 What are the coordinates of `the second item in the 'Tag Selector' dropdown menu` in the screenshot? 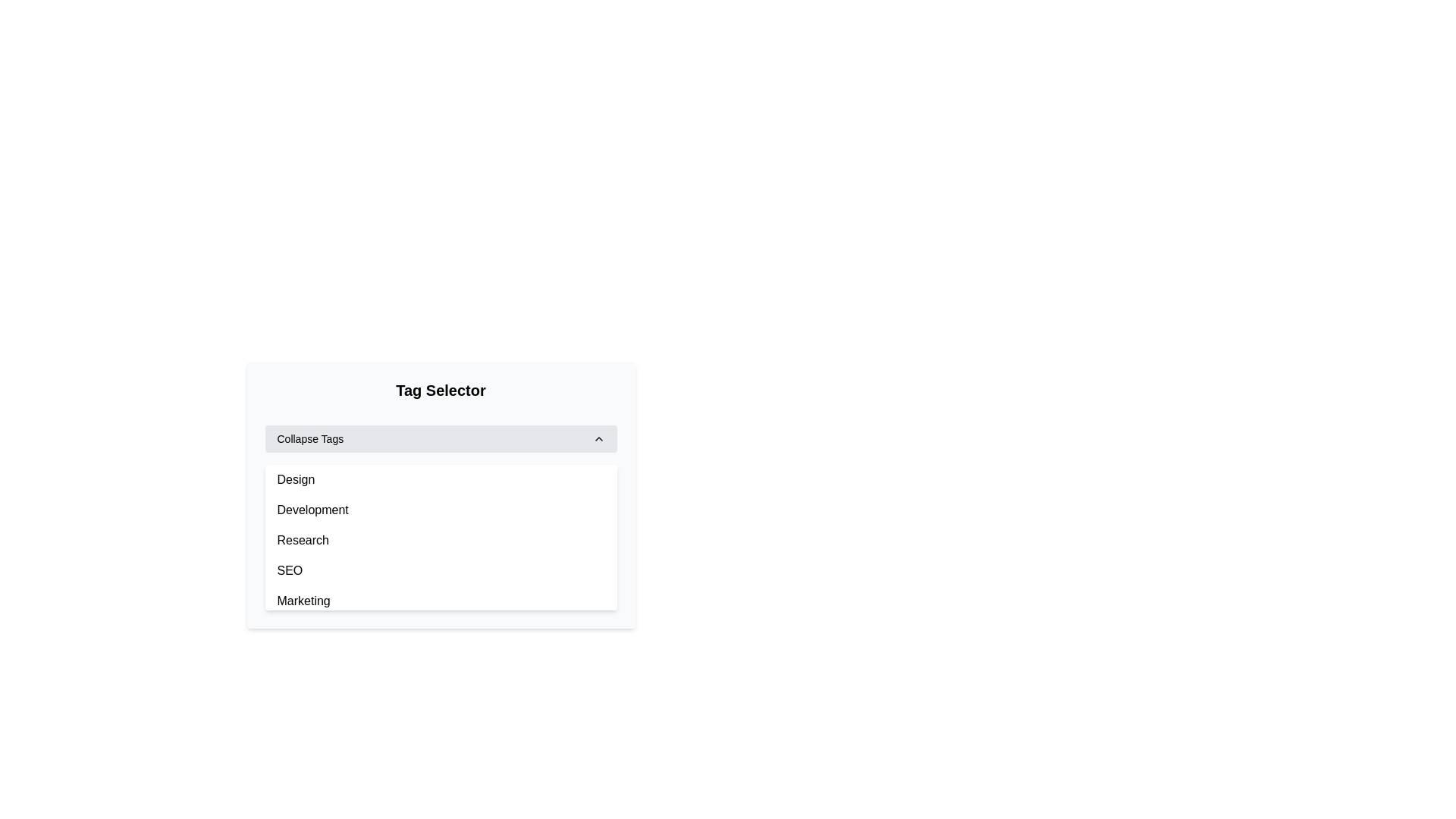 It's located at (440, 510).